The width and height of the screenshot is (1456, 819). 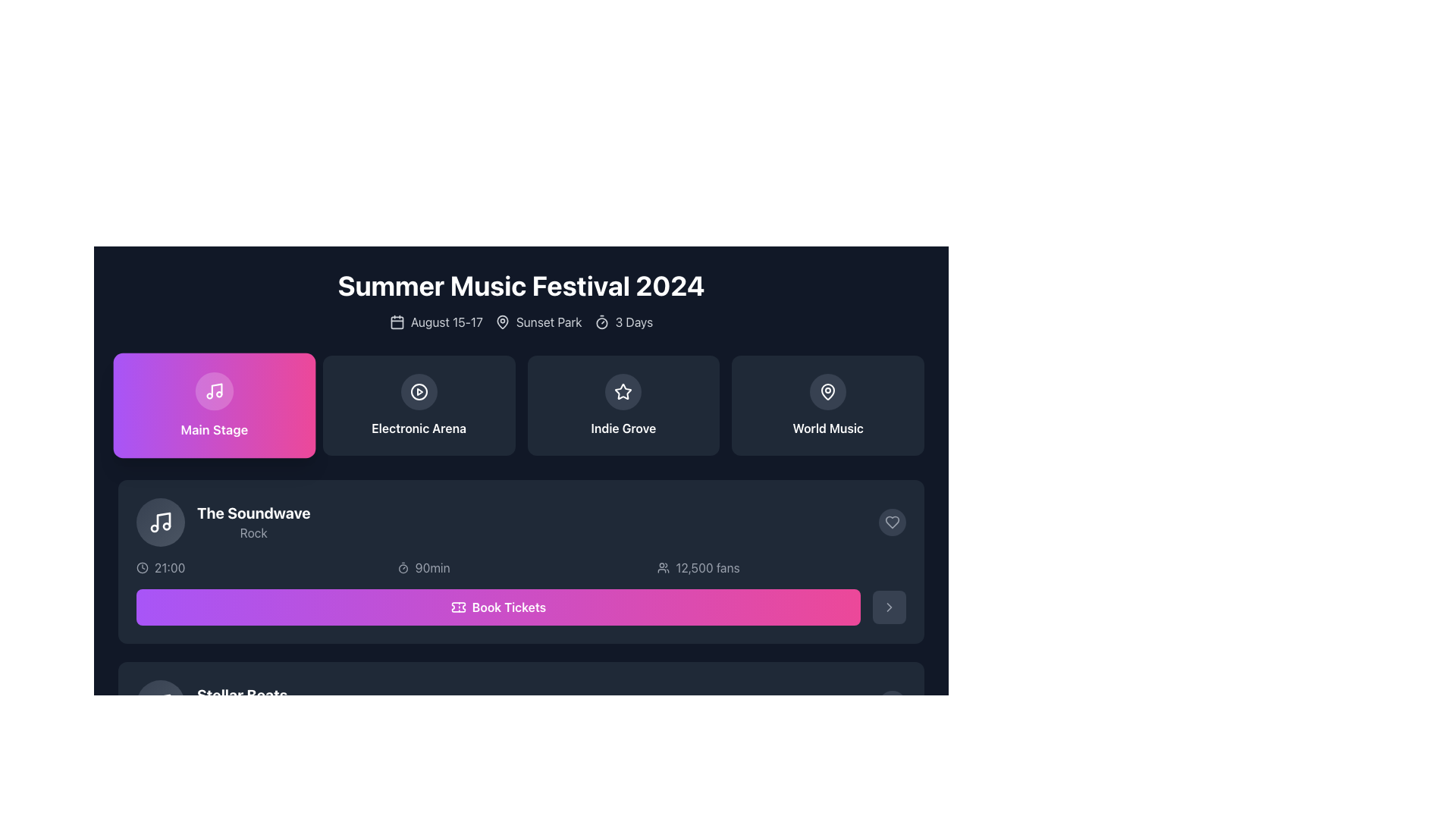 I want to click on the decorative ticket icon element, which is centrally located within its bounding box, to signify ticket-related interactions, so click(x=457, y=607).